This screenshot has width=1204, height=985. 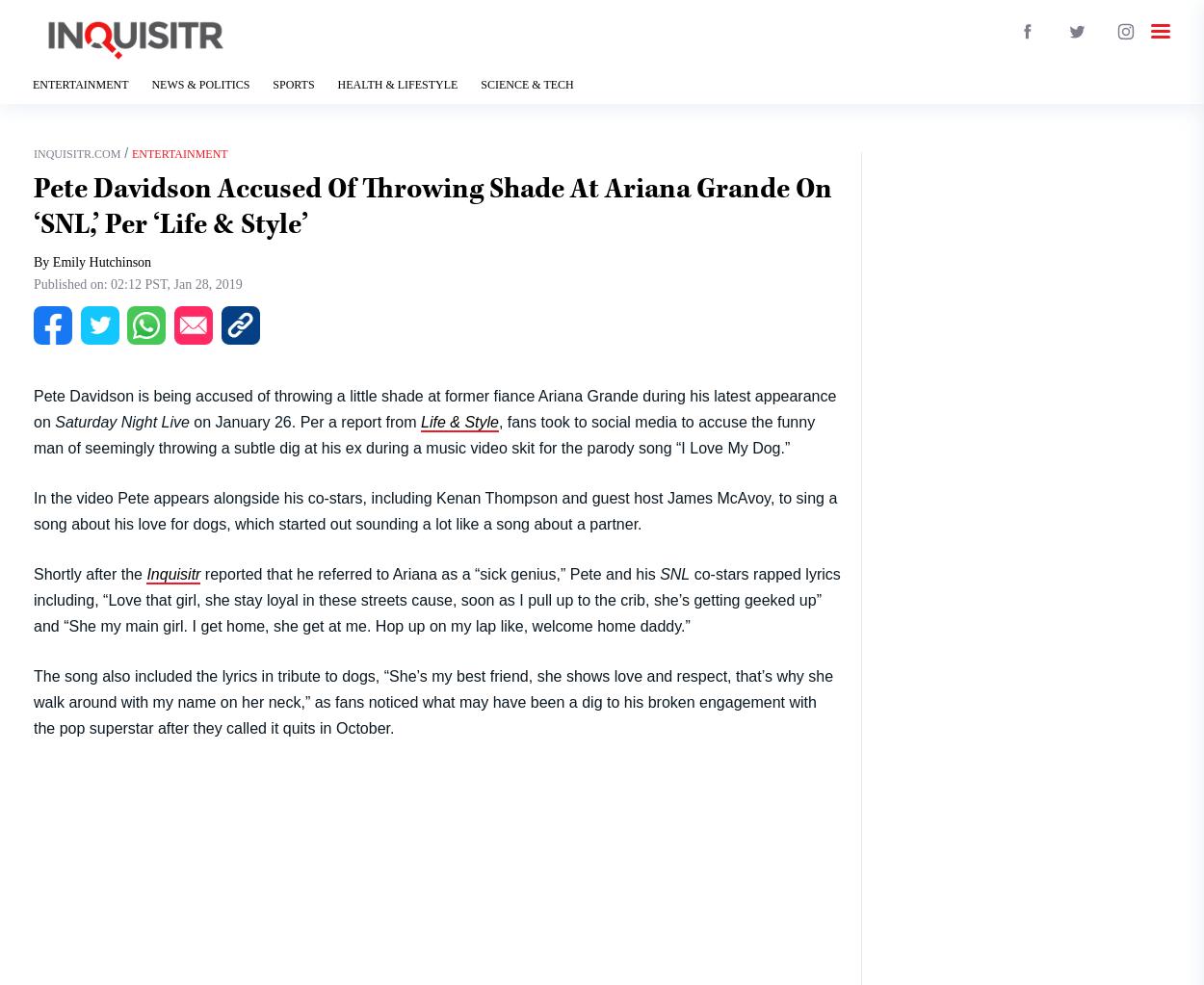 I want to click on 'Saturday Night Live', so click(x=121, y=420).